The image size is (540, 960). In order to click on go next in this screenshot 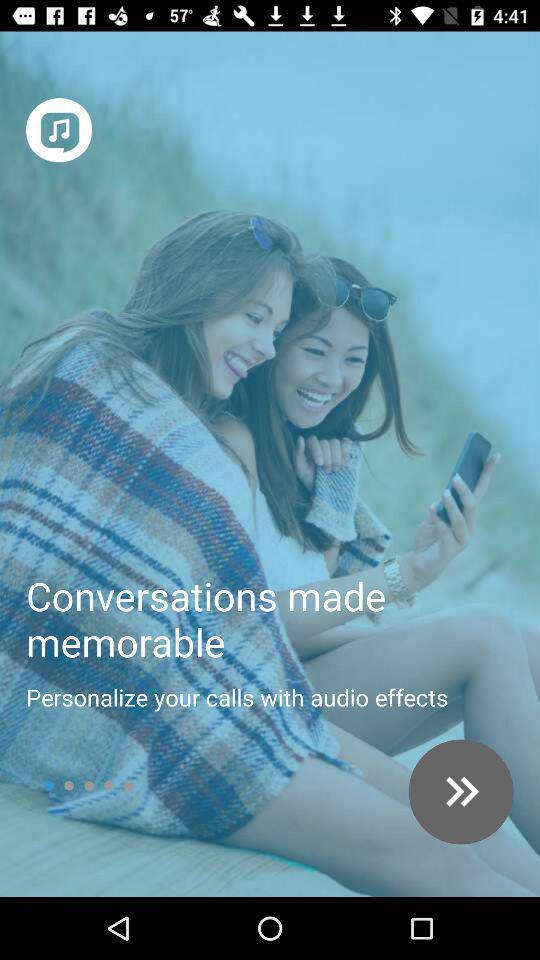, I will do `click(461, 792)`.